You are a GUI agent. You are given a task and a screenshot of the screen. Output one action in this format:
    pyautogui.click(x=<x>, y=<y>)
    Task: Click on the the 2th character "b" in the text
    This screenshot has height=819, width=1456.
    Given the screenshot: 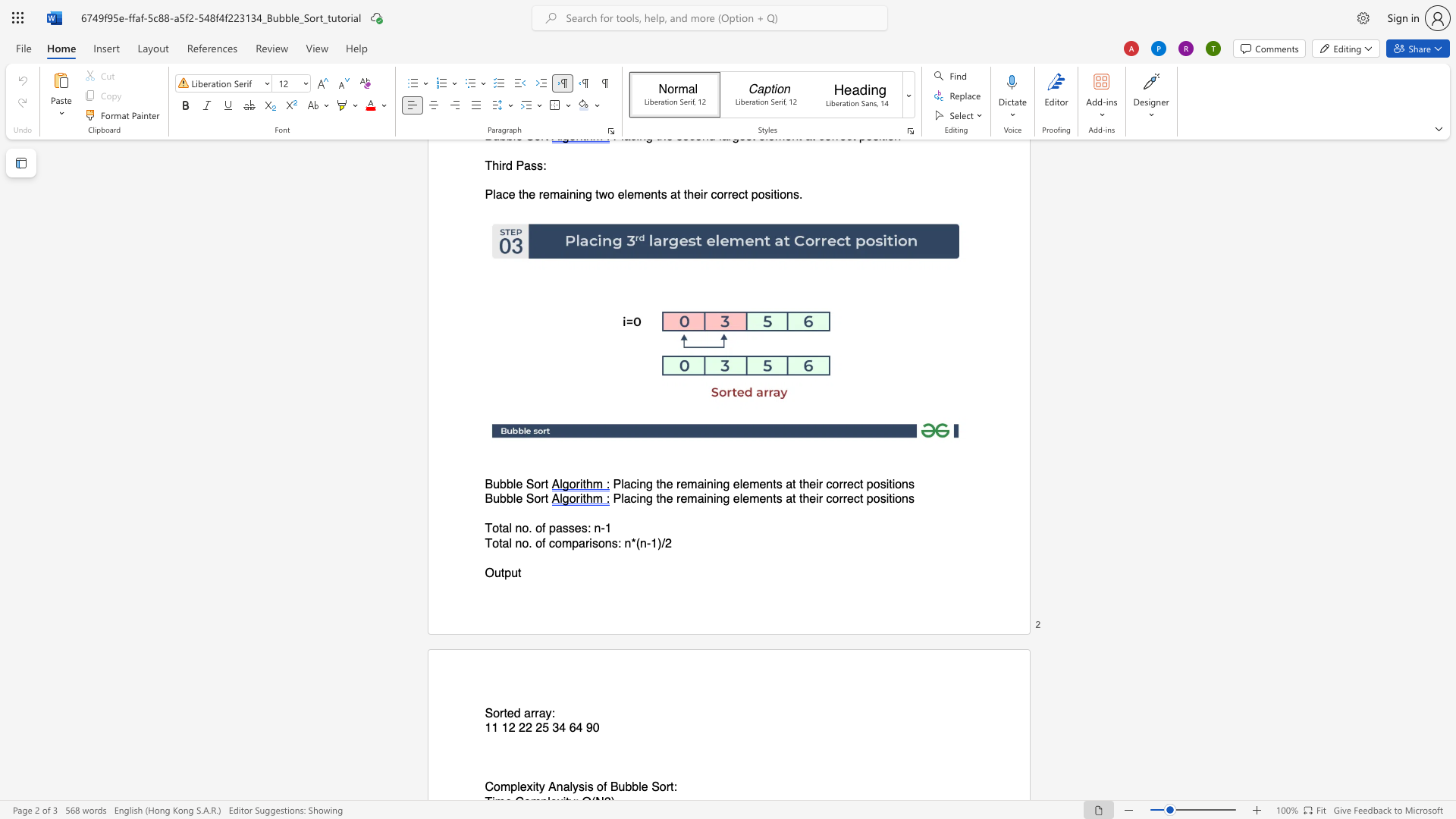 What is the action you would take?
    pyautogui.click(x=510, y=485)
    